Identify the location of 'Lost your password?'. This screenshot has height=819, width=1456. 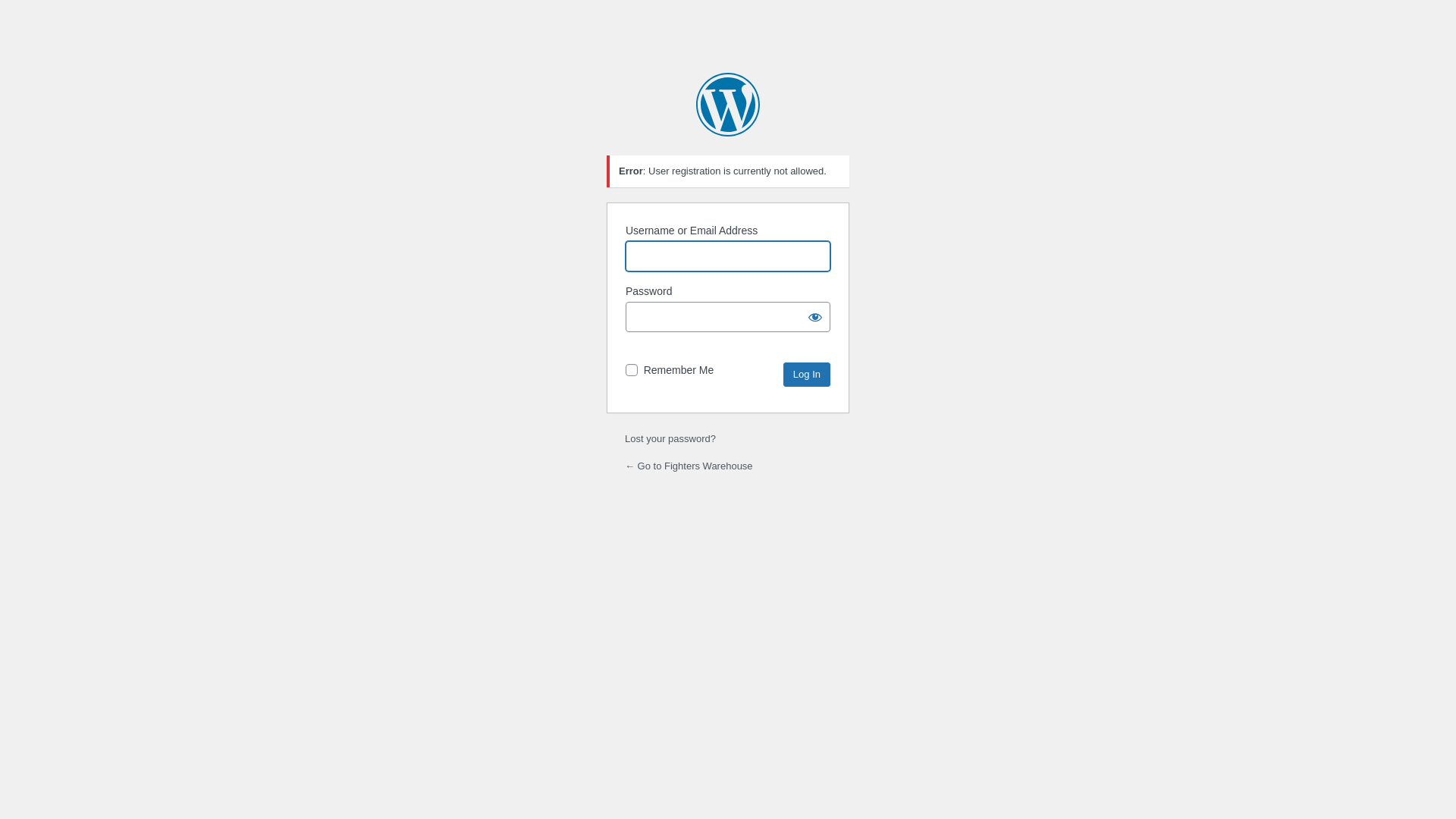
(669, 438).